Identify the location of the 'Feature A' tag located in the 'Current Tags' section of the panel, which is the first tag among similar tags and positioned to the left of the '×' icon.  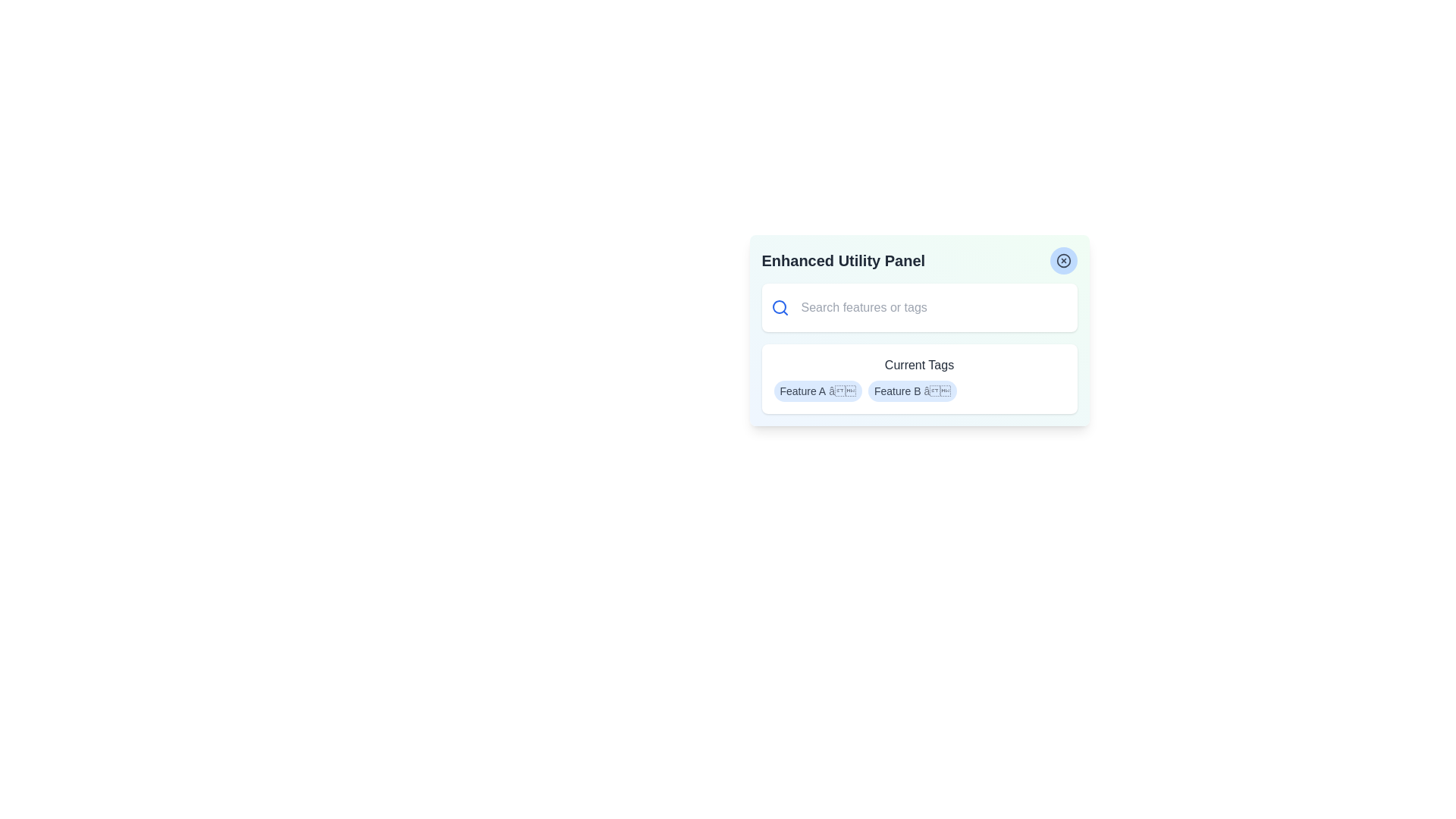
(802, 391).